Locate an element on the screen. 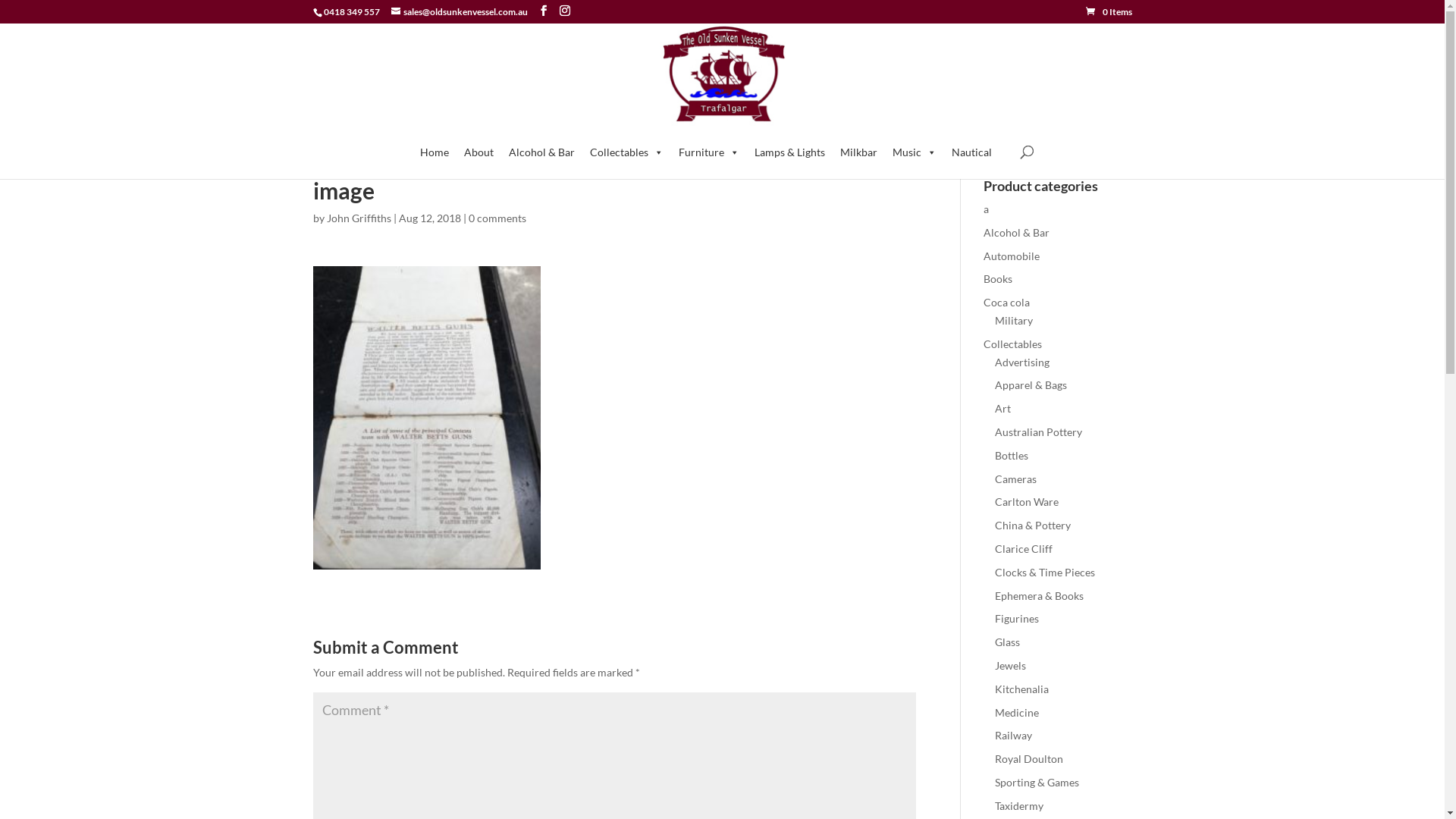  'Carlton Ware' is located at coordinates (994, 501).